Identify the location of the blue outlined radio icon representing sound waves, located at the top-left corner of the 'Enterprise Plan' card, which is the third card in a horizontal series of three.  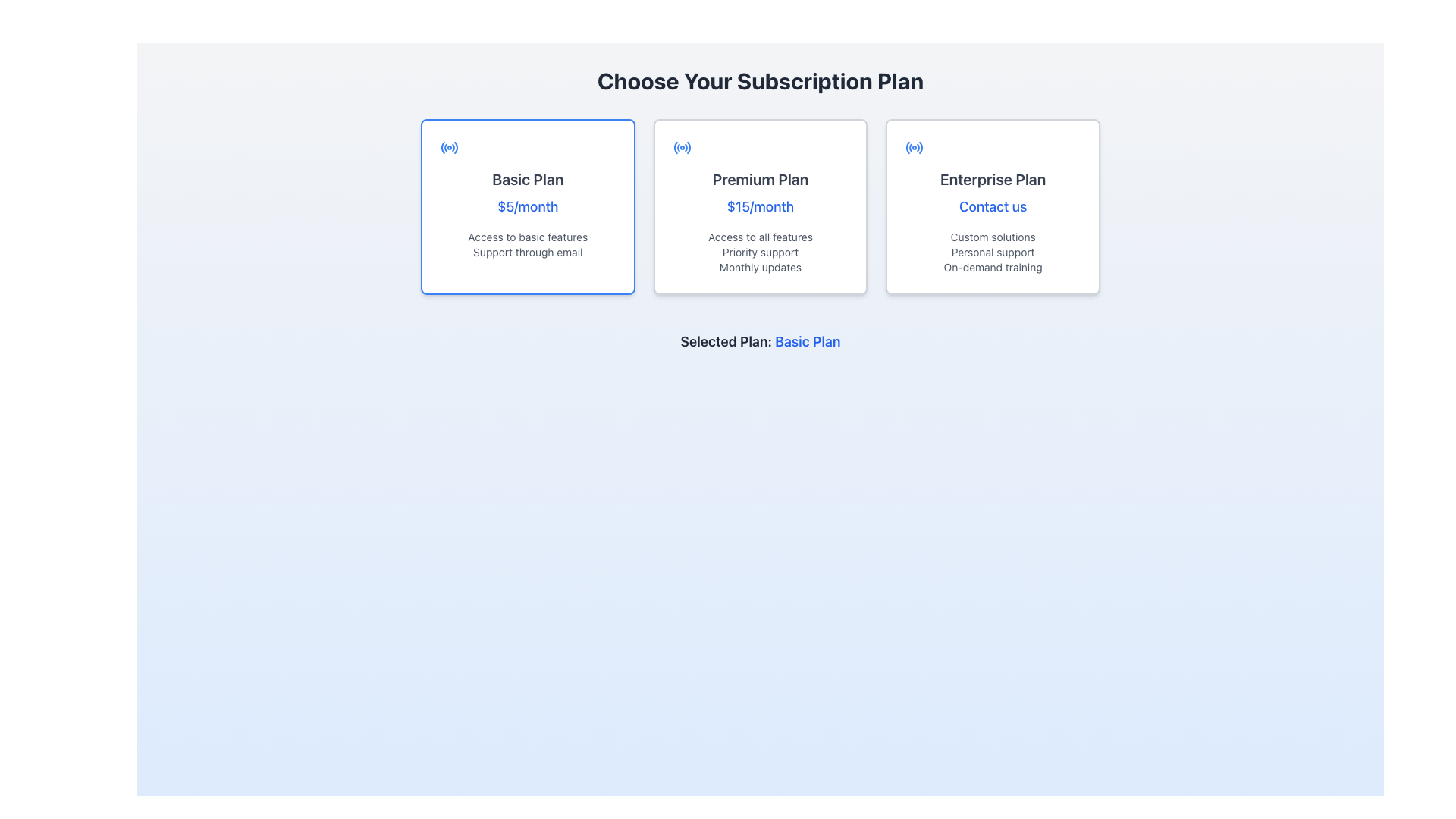
(914, 148).